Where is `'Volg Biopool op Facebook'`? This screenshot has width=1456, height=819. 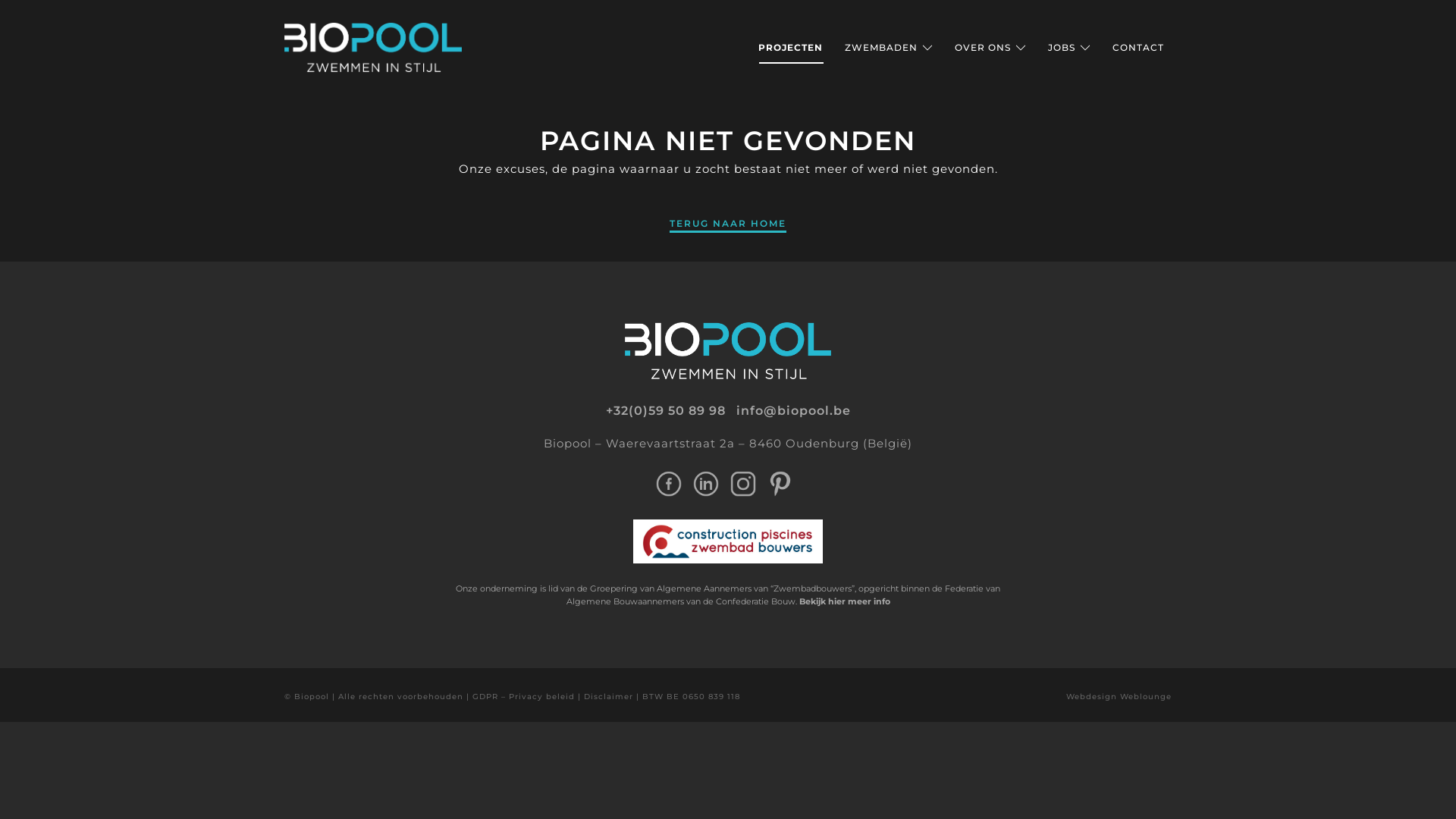
'Volg Biopool op Facebook' is located at coordinates (667, 482).